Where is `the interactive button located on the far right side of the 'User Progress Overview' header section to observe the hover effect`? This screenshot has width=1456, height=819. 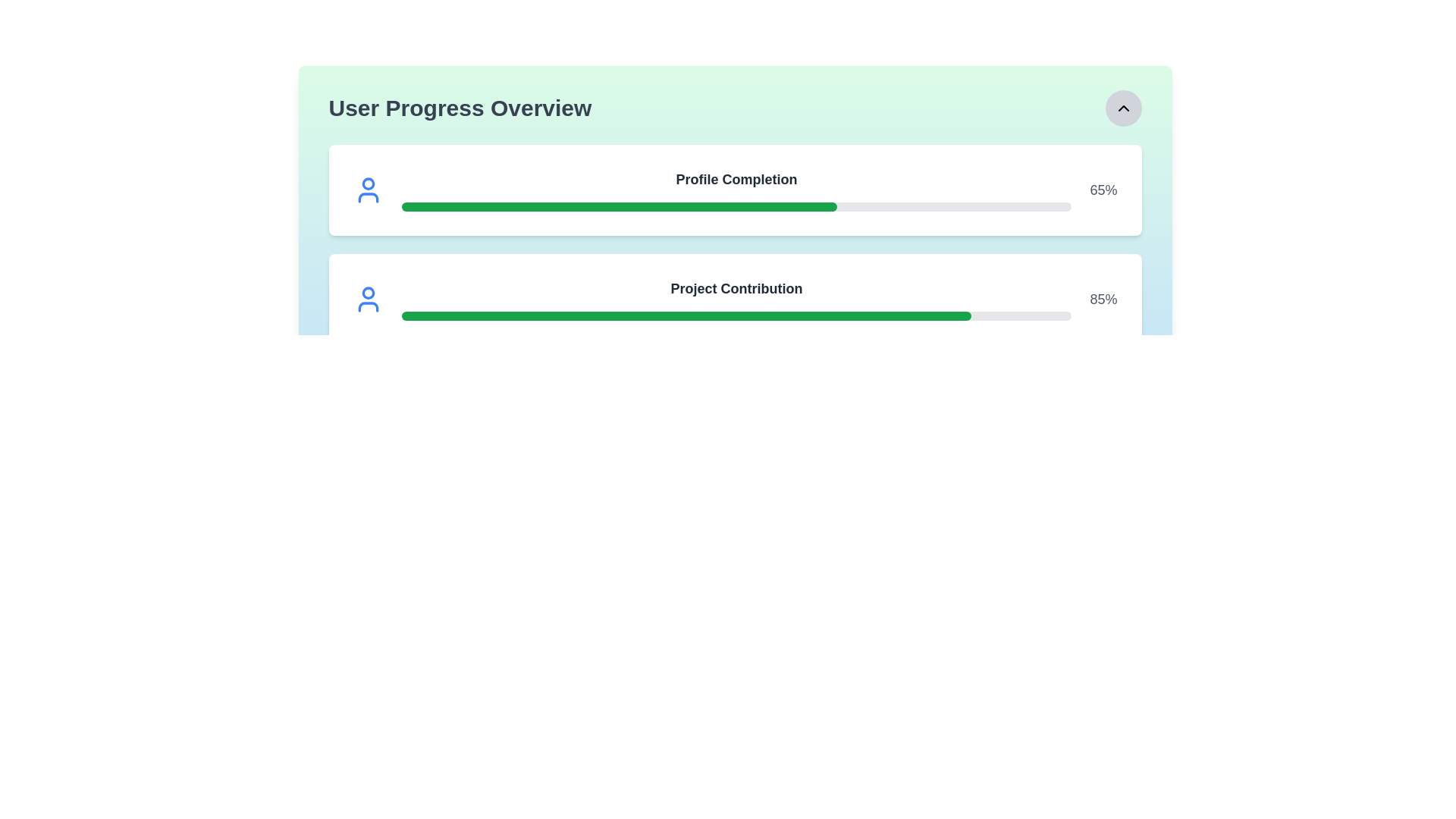 the interactive button located on the far right side of the 'User Progress Overview' header section to observe the hover effect is located at coordinates (1123, 107).